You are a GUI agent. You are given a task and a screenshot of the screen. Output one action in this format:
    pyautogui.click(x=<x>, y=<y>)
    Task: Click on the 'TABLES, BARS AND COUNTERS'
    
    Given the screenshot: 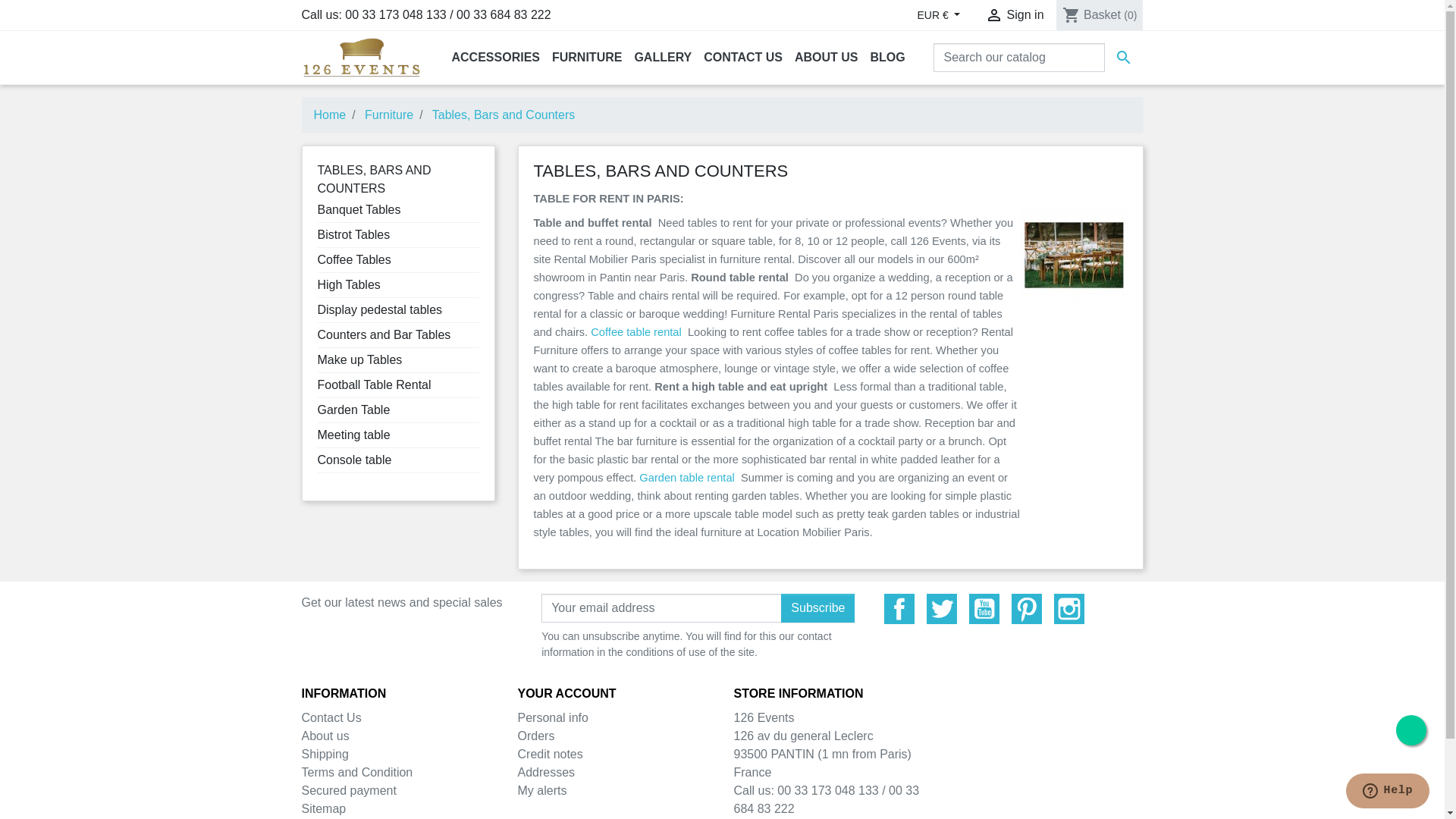 What is the action you would take?
    pyautogui.click(x=315, y=178)
    